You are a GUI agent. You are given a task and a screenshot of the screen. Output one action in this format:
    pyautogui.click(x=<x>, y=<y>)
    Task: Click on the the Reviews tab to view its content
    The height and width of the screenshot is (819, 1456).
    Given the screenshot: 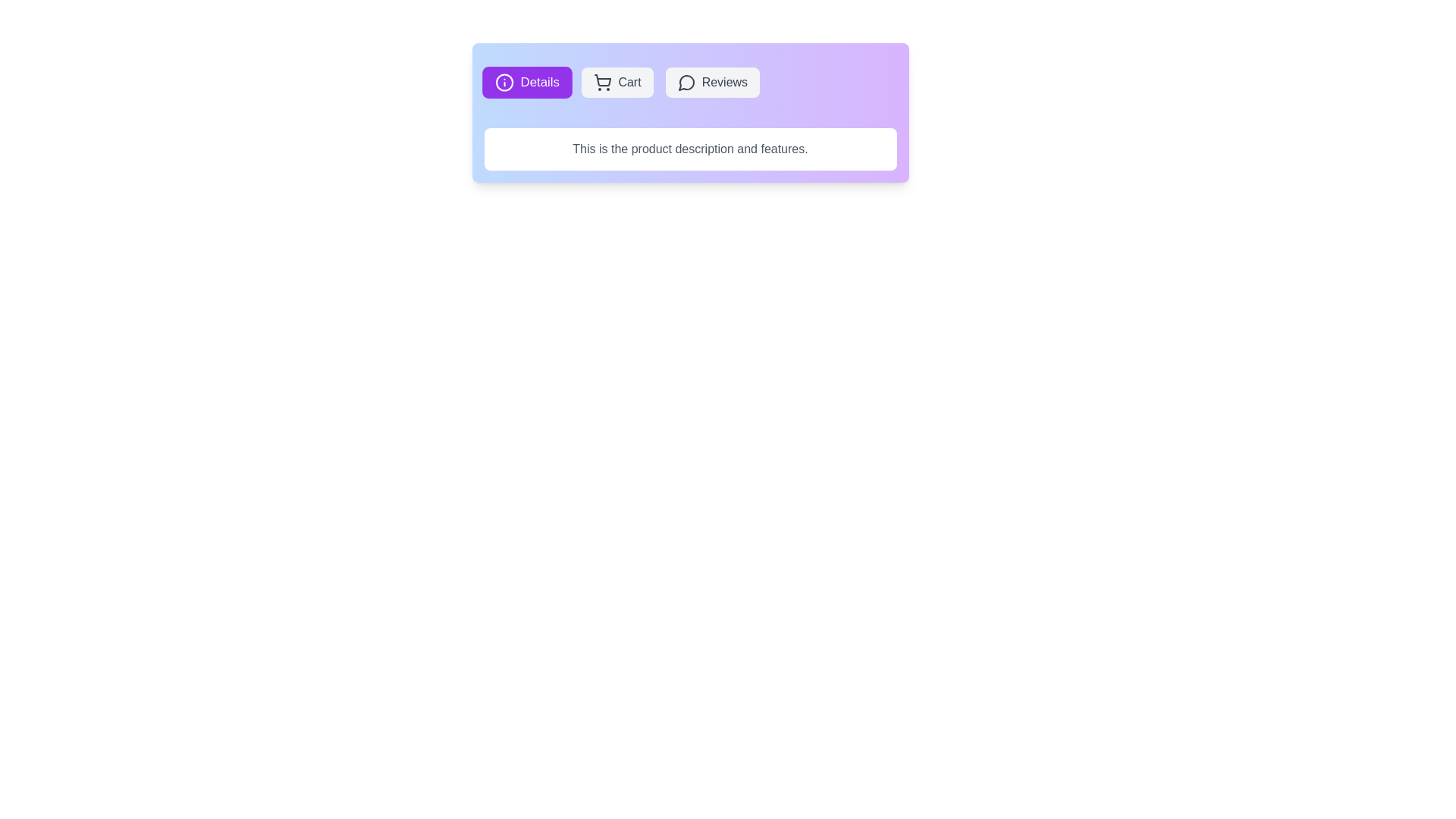 What is the action you would take?
    pyautogui.click(x=711, y=82)
    